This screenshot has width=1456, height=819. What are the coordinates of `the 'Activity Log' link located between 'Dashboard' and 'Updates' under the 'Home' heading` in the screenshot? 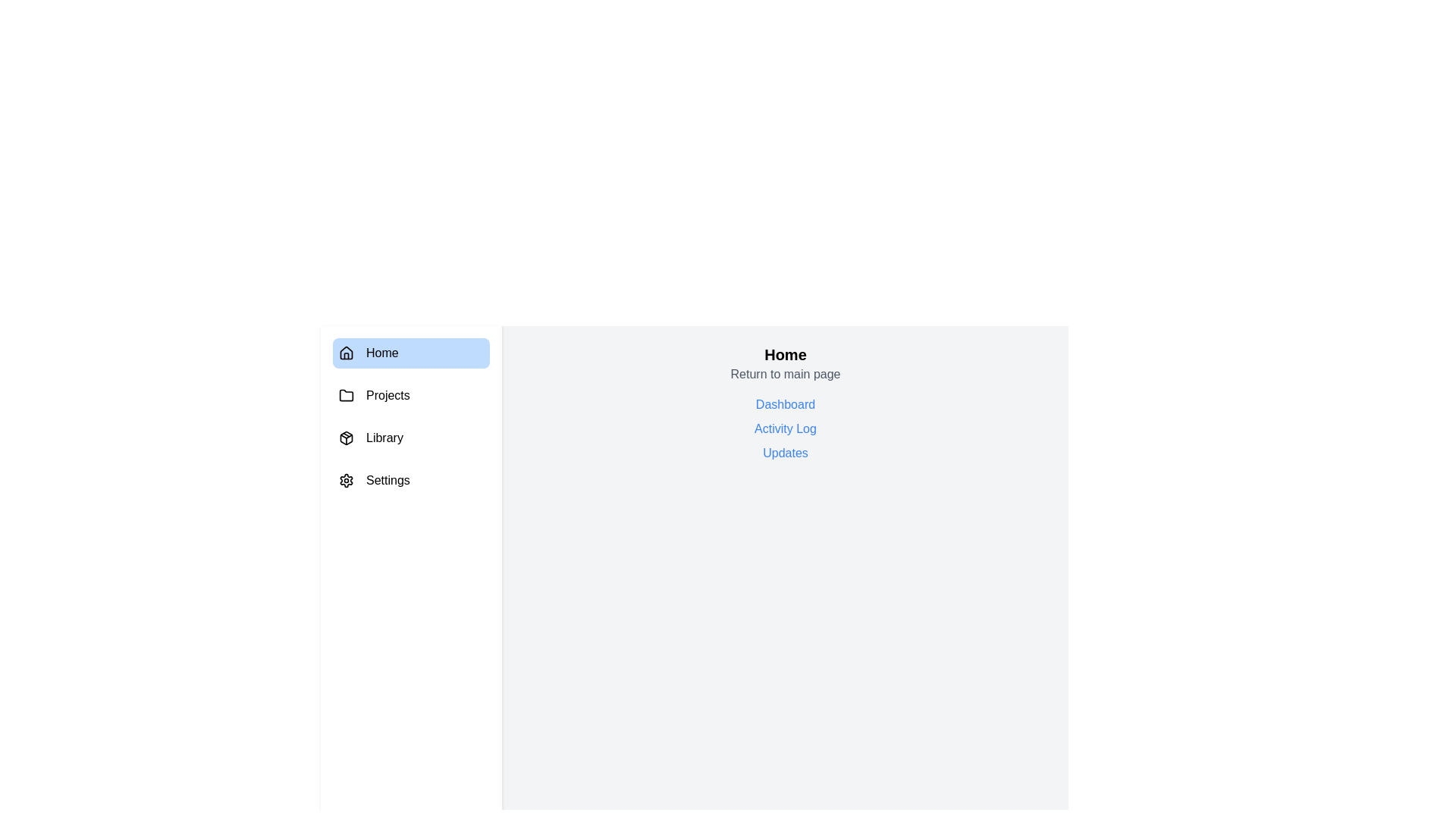 It's located at (786, 429).